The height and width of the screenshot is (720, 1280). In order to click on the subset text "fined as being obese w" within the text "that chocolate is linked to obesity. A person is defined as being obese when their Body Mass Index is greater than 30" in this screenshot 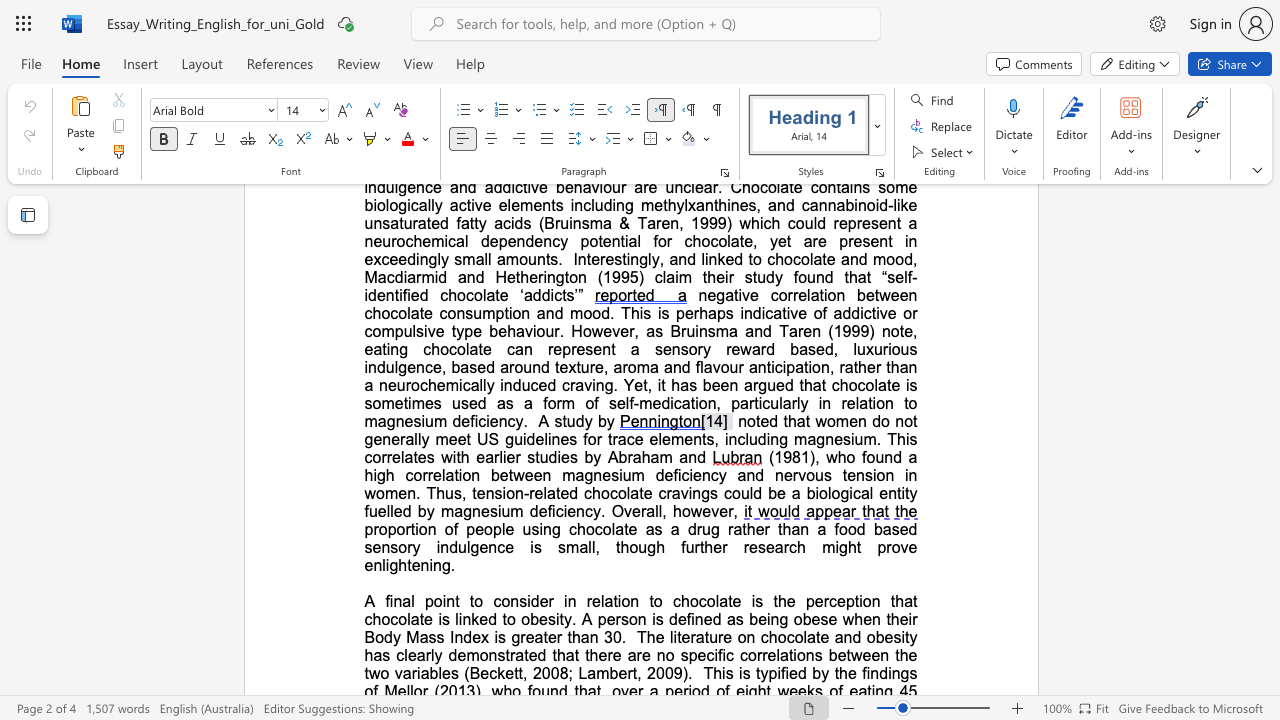, I will do `click(686, 618)`.